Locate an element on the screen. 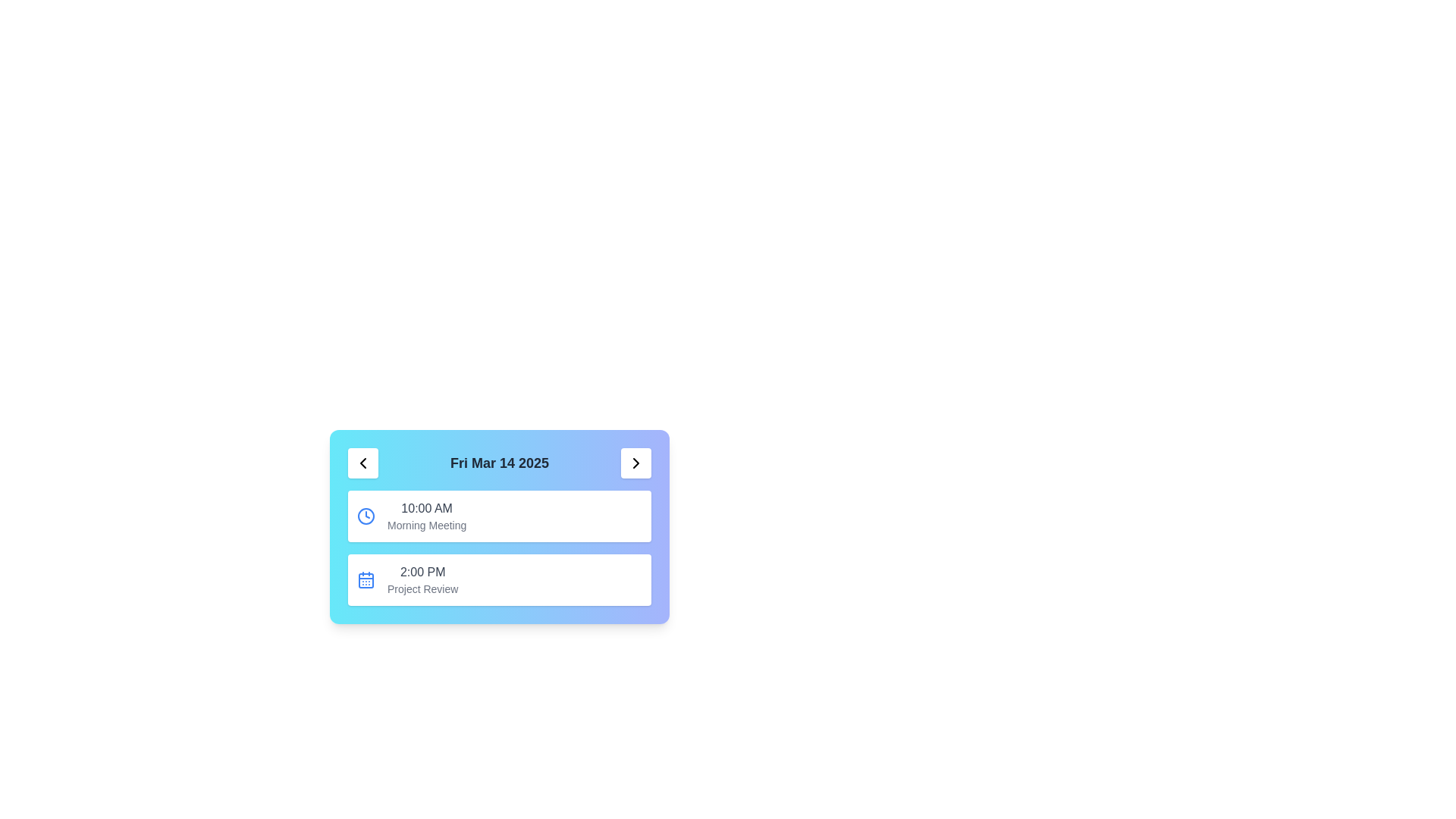 This screenshot has height=819, width=1456. the right-pointing chevron icon button located at the top-right corner of the date-display card showing 'Fri Mar 14 2025' is located at coordinates (636, 462).